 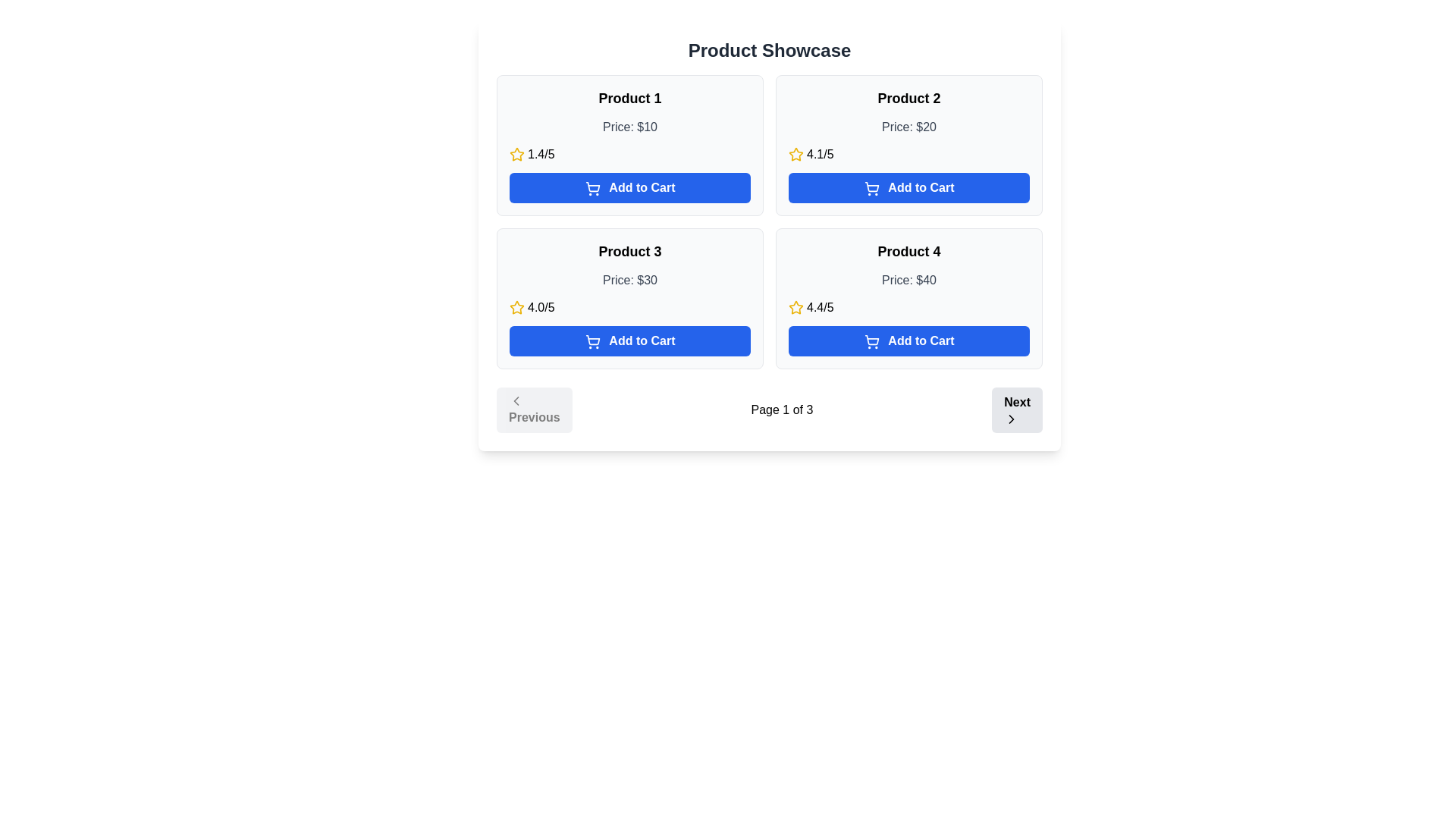 What do you see at coordinates (909, 187) in the screenshot?
I see `the blue 'Add to Cart' button with a shopping cart icon located beneath the rating of 'Product 2'` at bounding box center [909, 187].